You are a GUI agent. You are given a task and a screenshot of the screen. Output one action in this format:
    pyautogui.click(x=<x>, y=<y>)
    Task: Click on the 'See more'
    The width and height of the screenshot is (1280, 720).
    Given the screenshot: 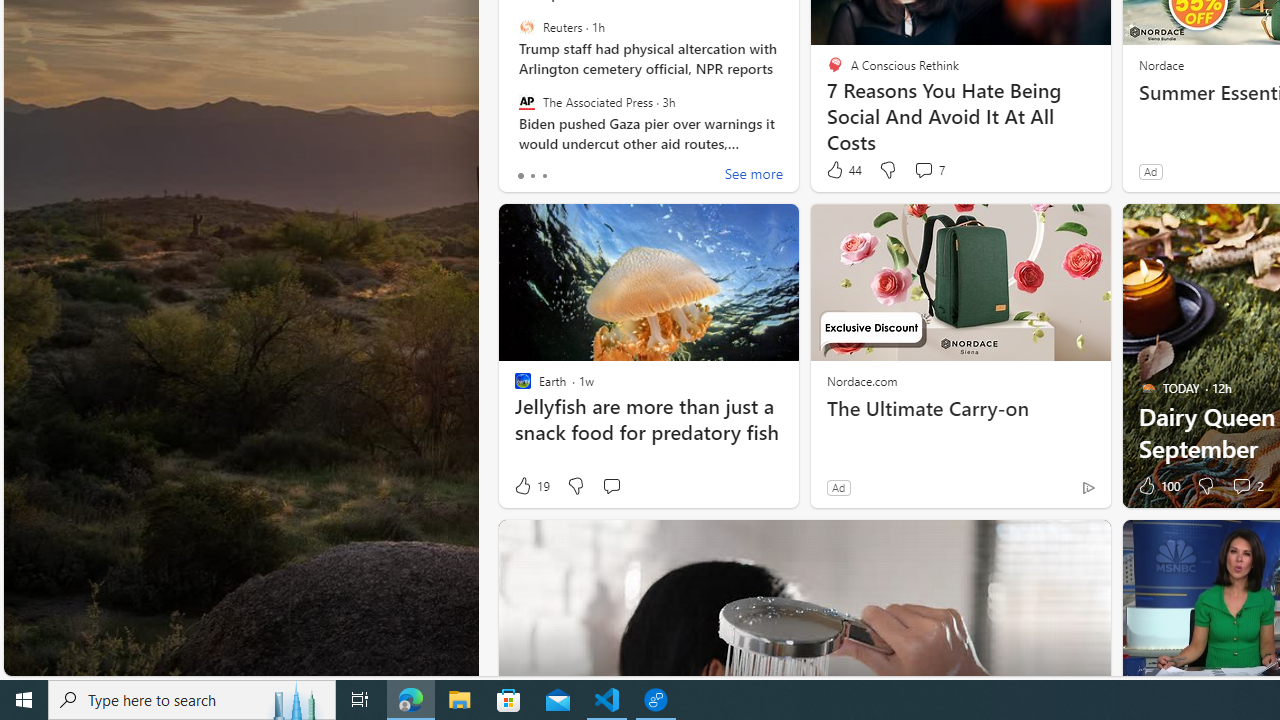 What is the action you would take?
    pyautogui.click(x=752, y=175)
    